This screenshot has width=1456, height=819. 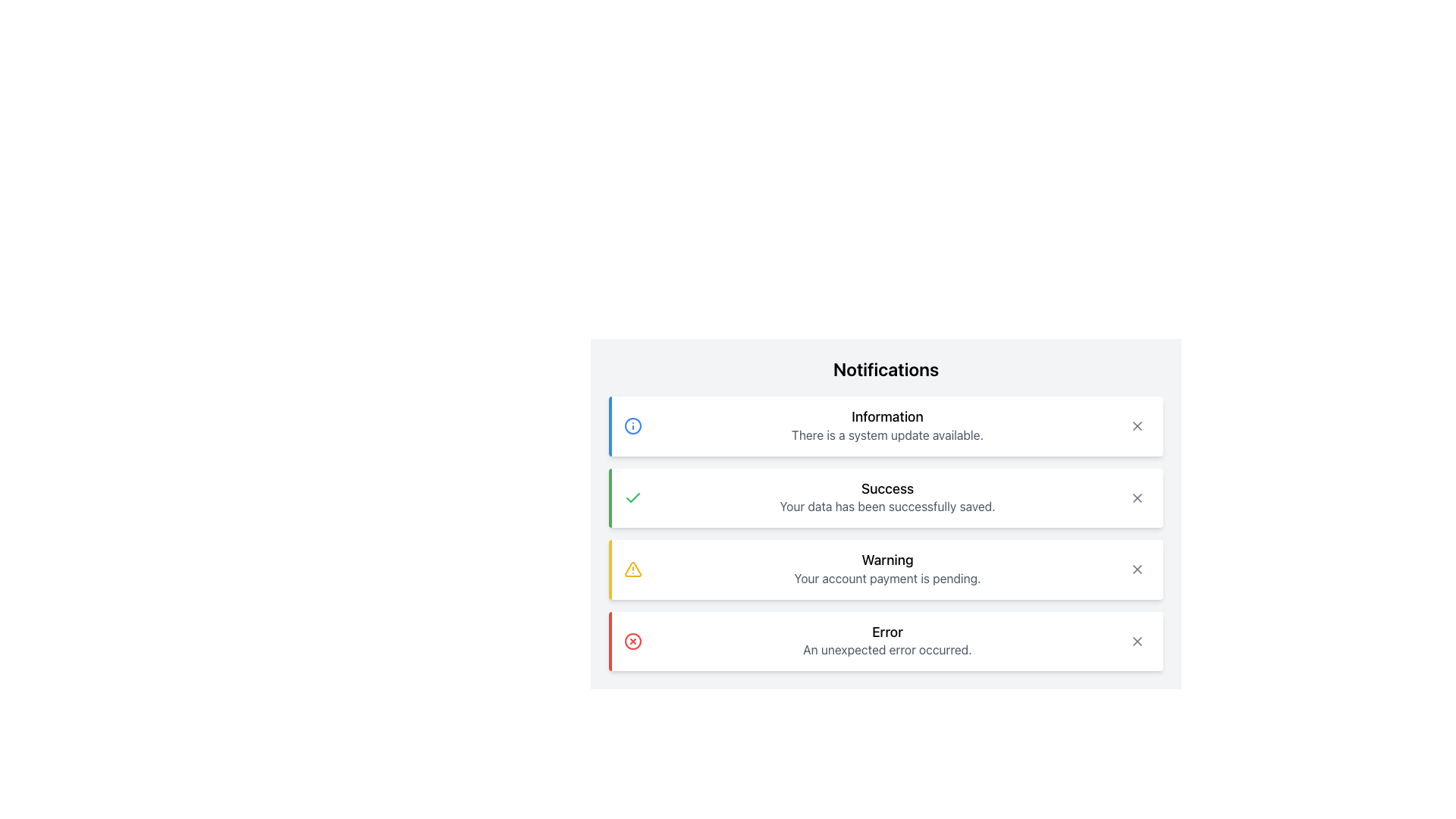 What do you see at coordinates (887, 426) in the screenshot?
I see `the information text block notifying the user about a system update, which is located within the first notification item in the list, horizontally aligned to the left of a closing button` at bounding box center [887, 426].